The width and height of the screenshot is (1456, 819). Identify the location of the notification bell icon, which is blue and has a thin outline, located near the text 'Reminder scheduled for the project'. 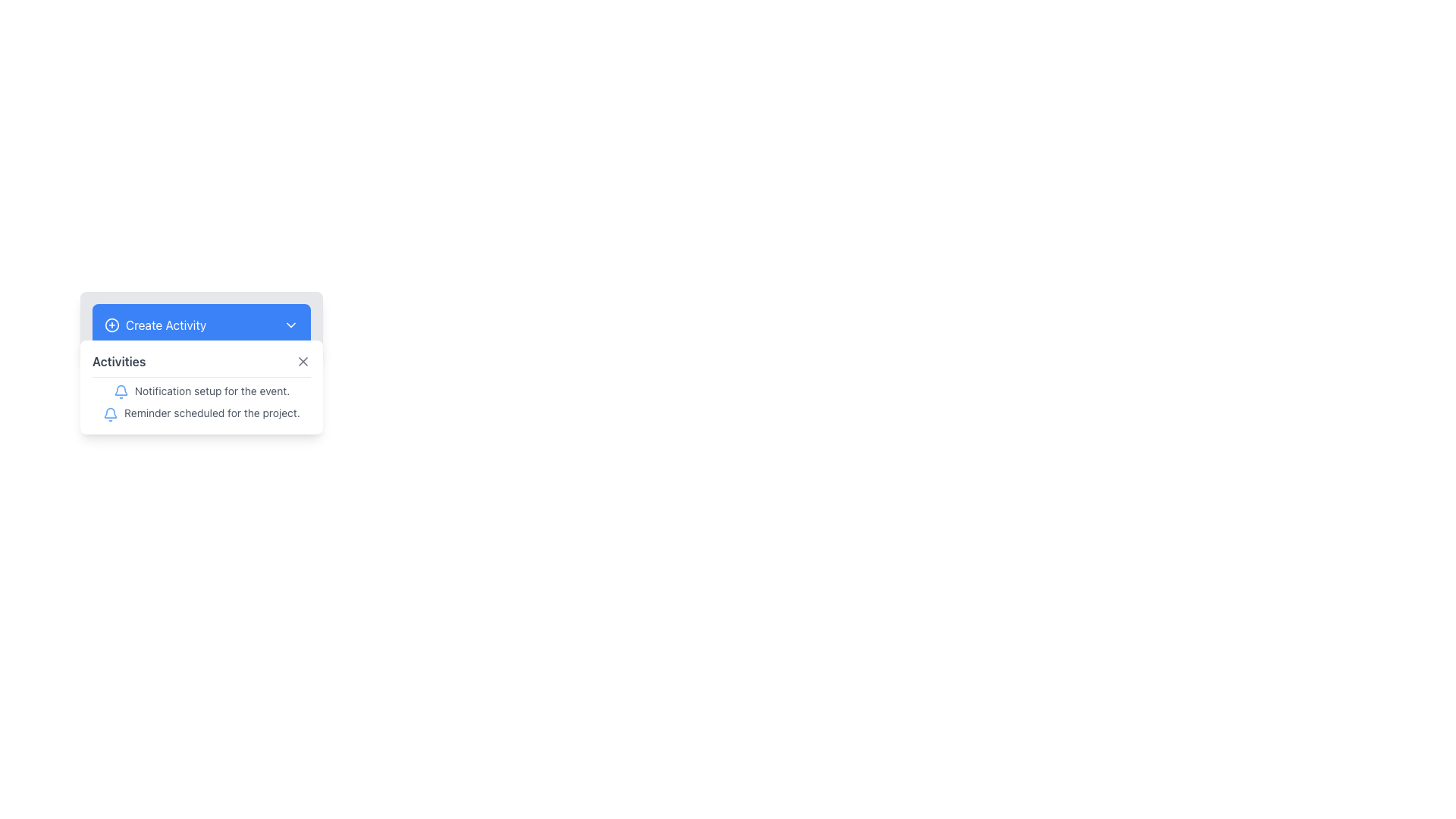
(110, 414).